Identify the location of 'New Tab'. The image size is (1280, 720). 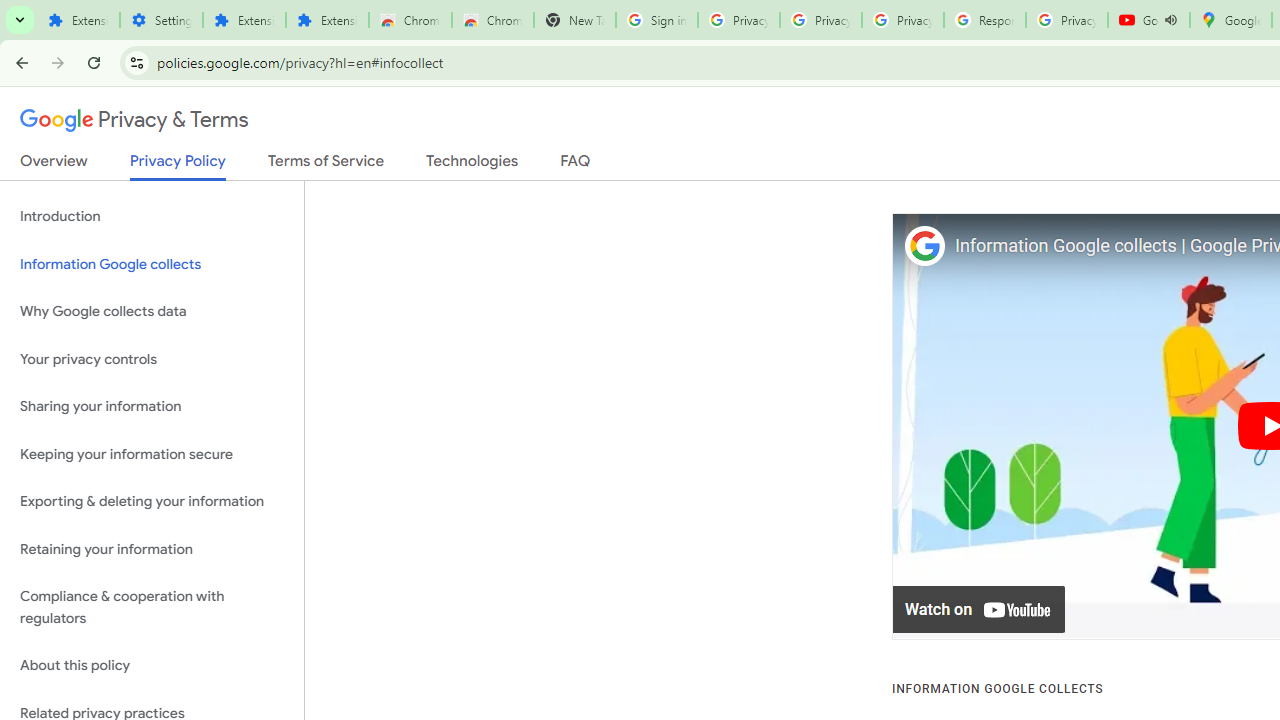
(573, 20).